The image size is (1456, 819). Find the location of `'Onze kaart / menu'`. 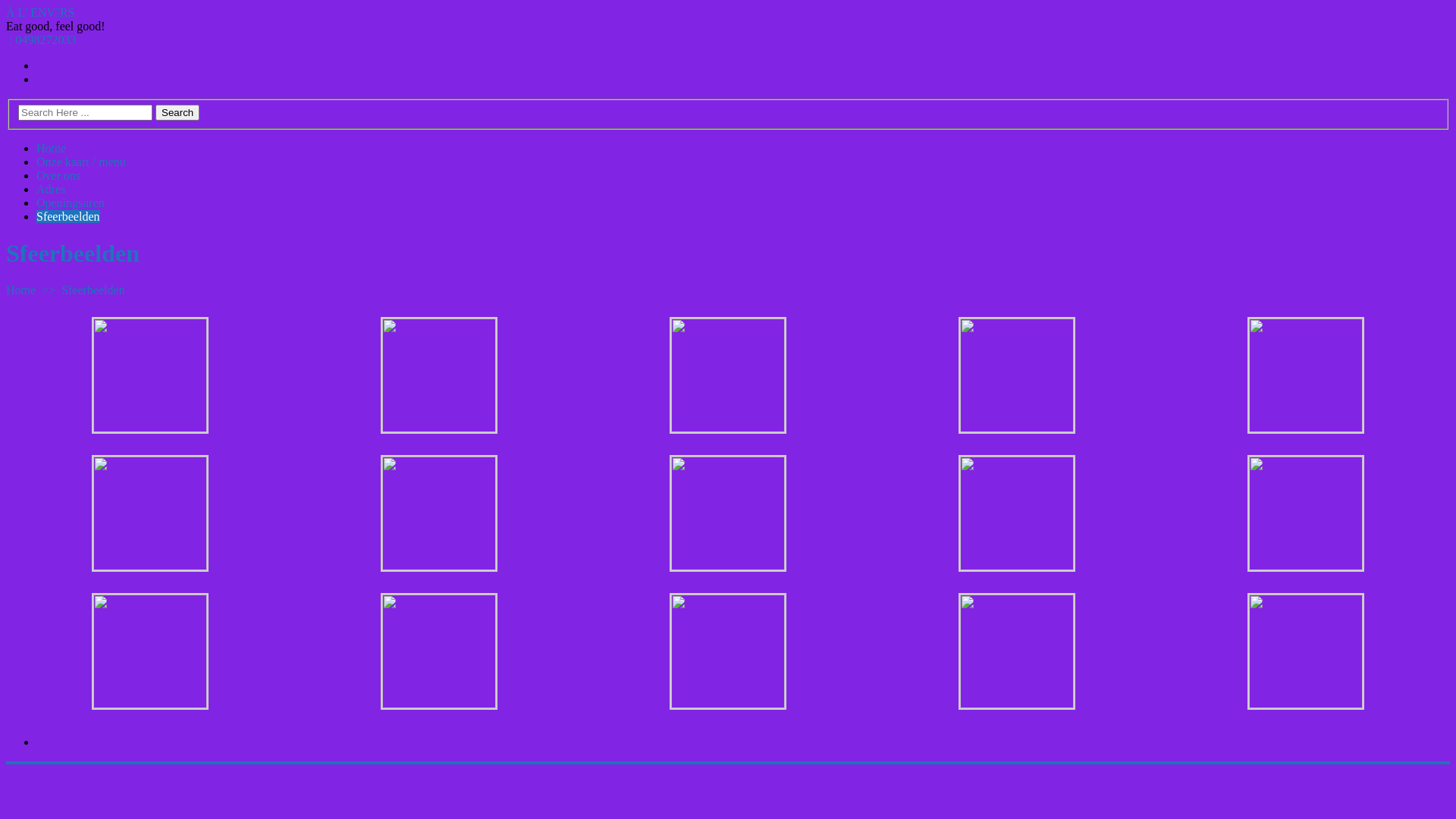

'Onze kaart / menu' is located at coordinates (36, 162).